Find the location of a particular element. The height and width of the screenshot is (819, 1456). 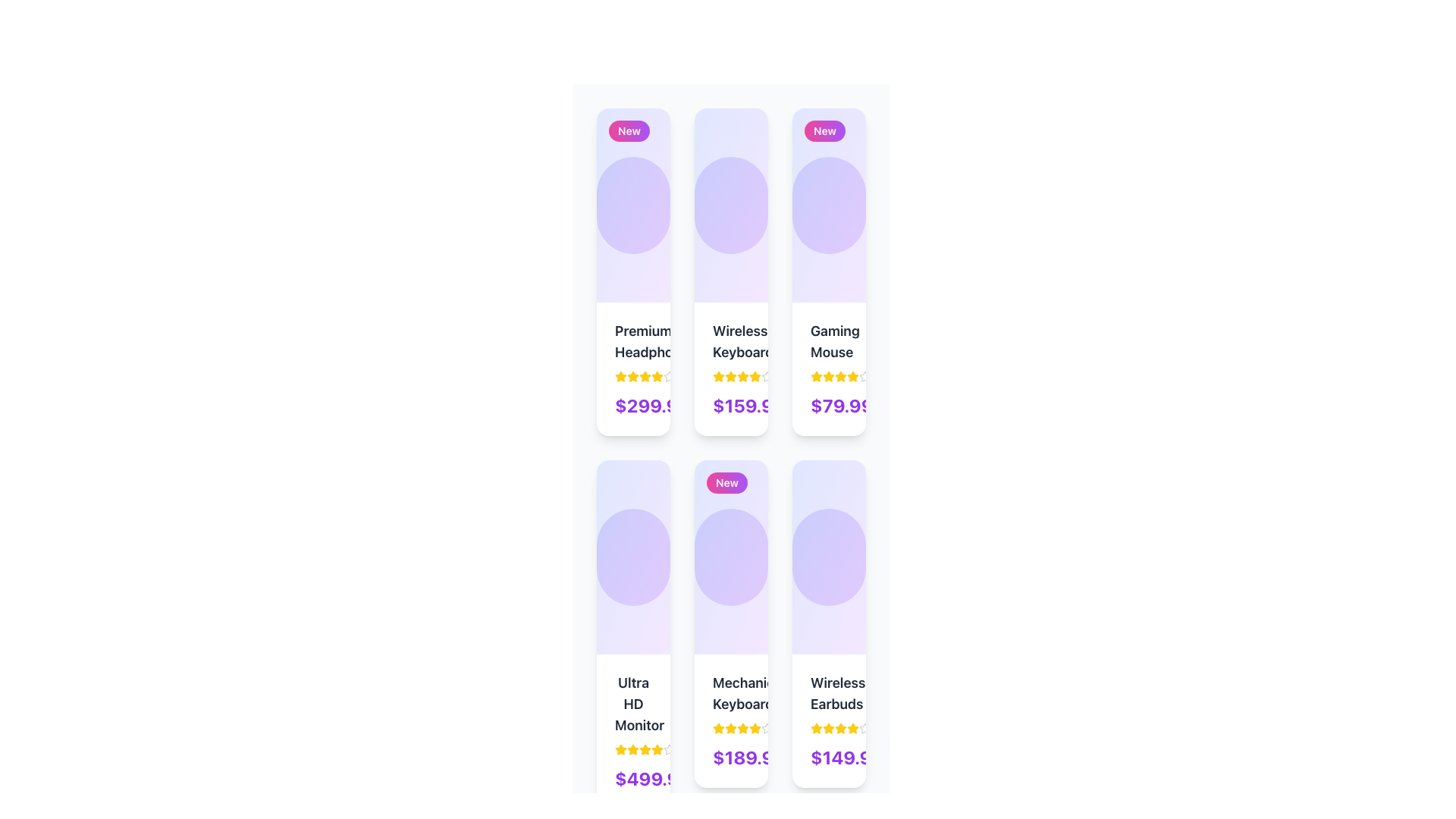

the third yellow star icon in the five-star rating system is located at coordinates (742, 375).